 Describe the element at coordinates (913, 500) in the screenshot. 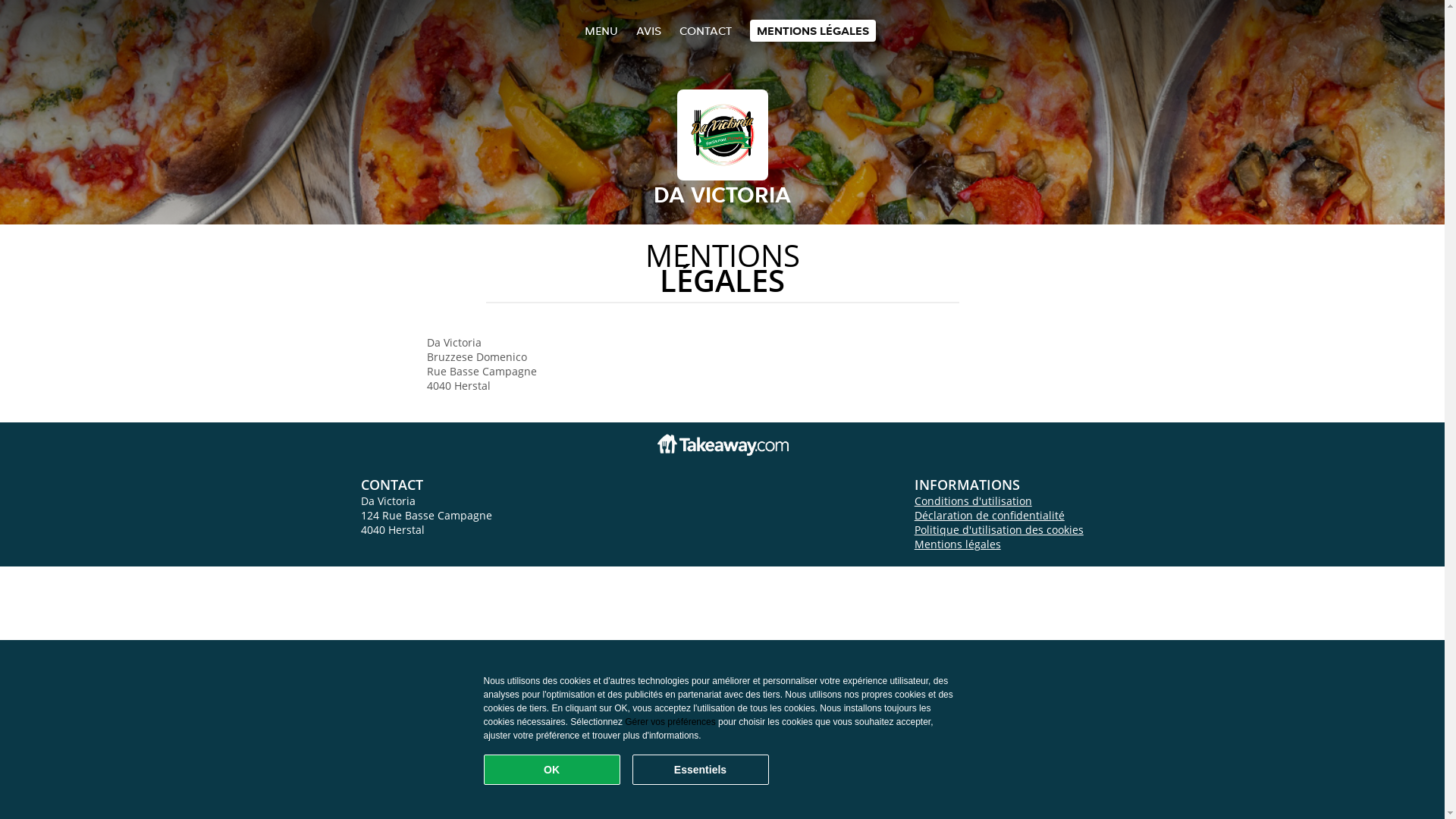

I see `'Conditions d'utilisation'` at that location.